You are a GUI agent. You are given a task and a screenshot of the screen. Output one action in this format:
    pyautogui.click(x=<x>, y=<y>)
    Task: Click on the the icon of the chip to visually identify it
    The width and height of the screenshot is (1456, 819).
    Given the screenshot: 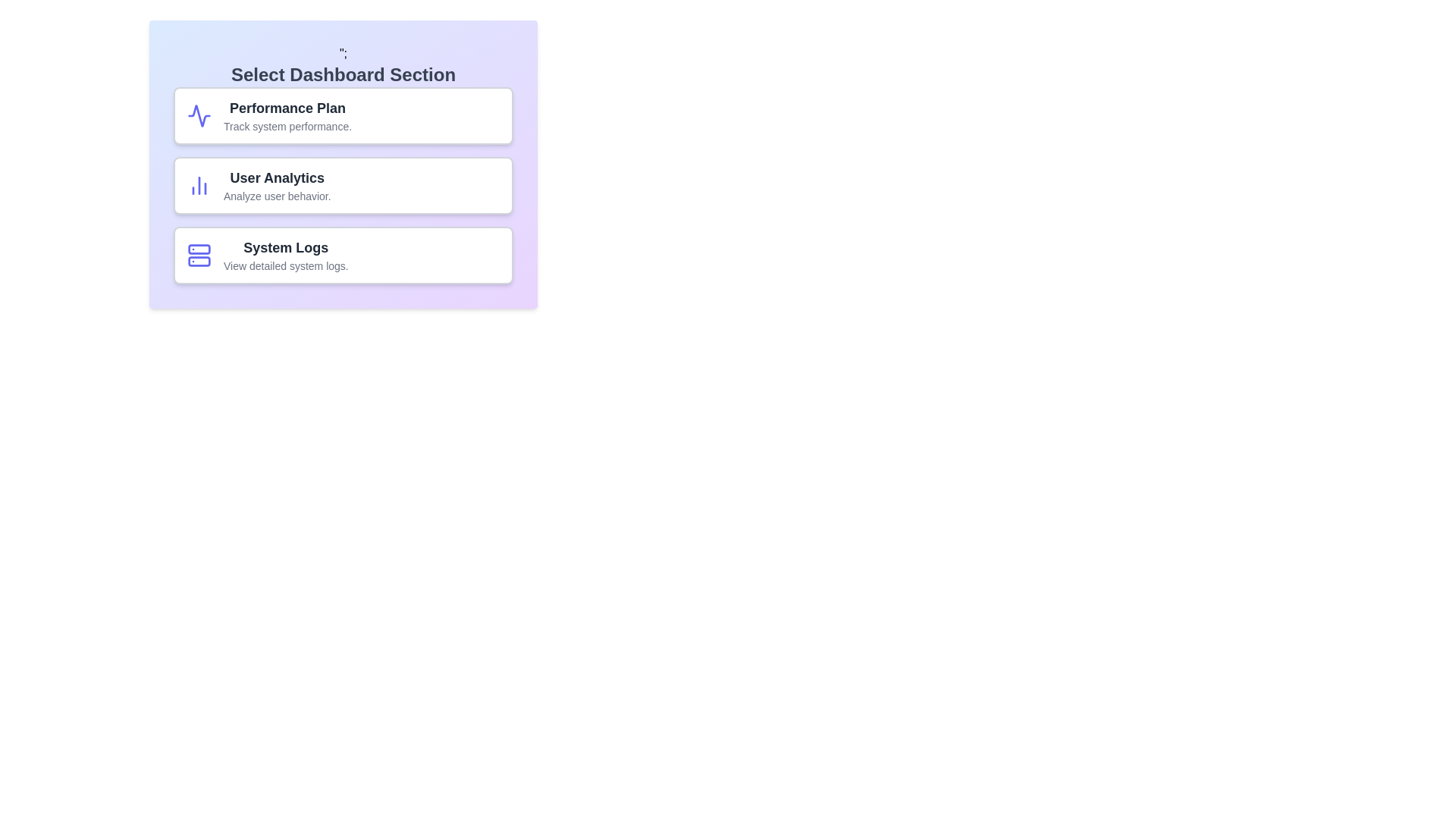 What is the action you would take?
    pyautogui.click(x=199, y=115)
    